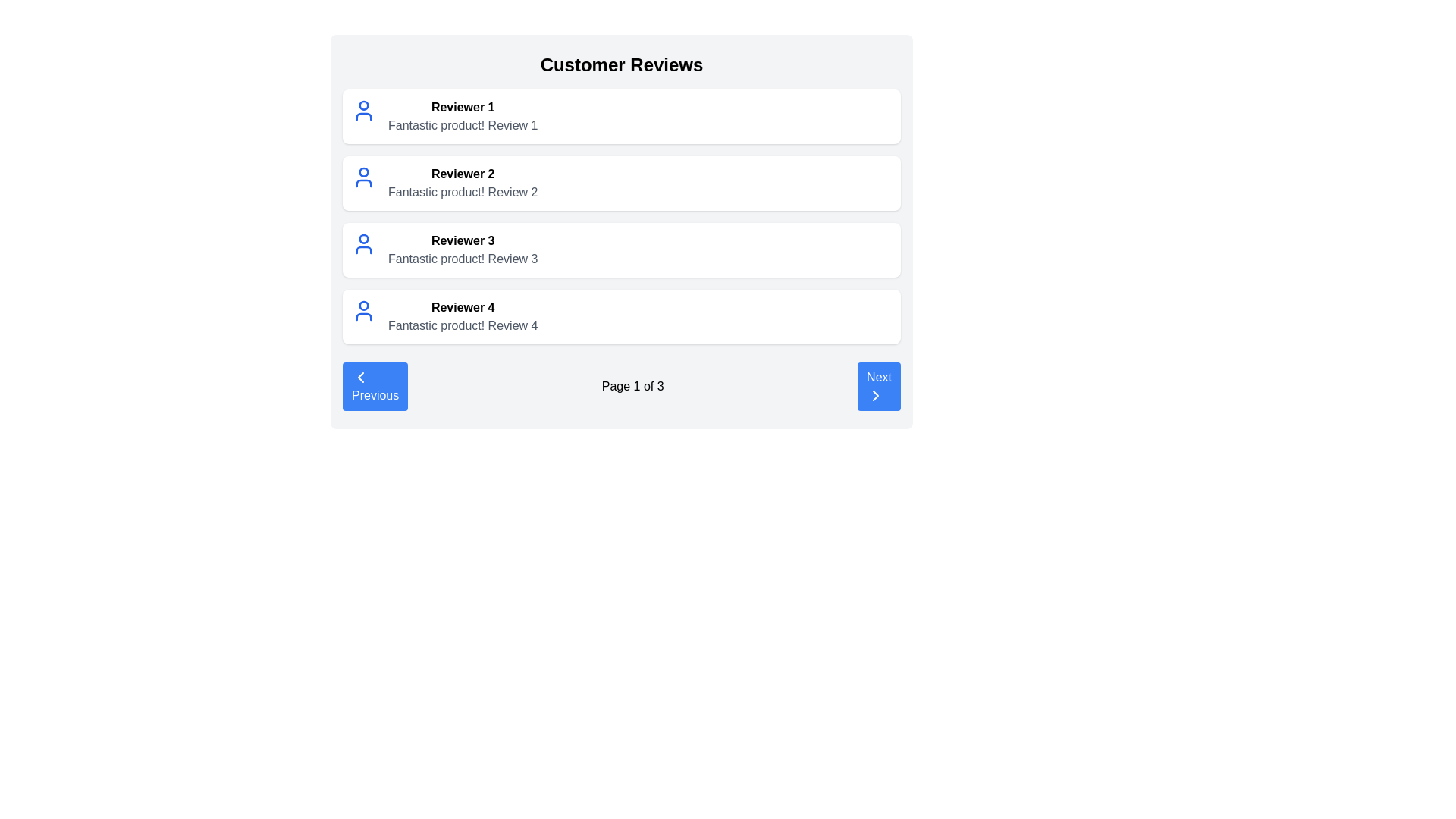  What do you see at coordinates (622, 64) in the screenshot?
I see `the bold header text labeled 'Customer Reviews' which is prominently displayed at the top of its section with a light gray background` at bounding box center [622, 64].